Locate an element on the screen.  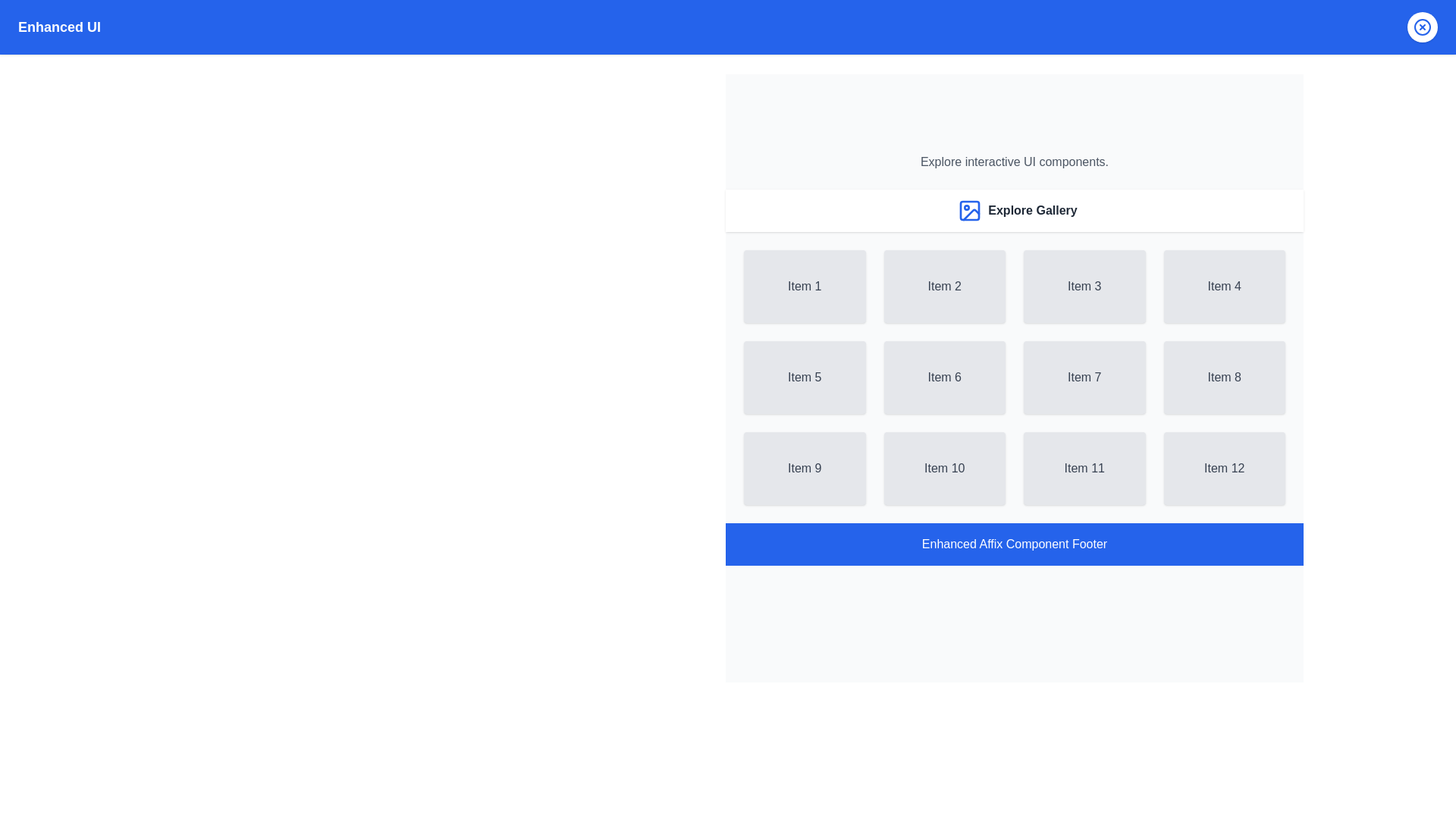
the grid item labeled 'Item 12', which is a rectangular box with rounded corners and dark gray text is located at coordinates (1224, 467).